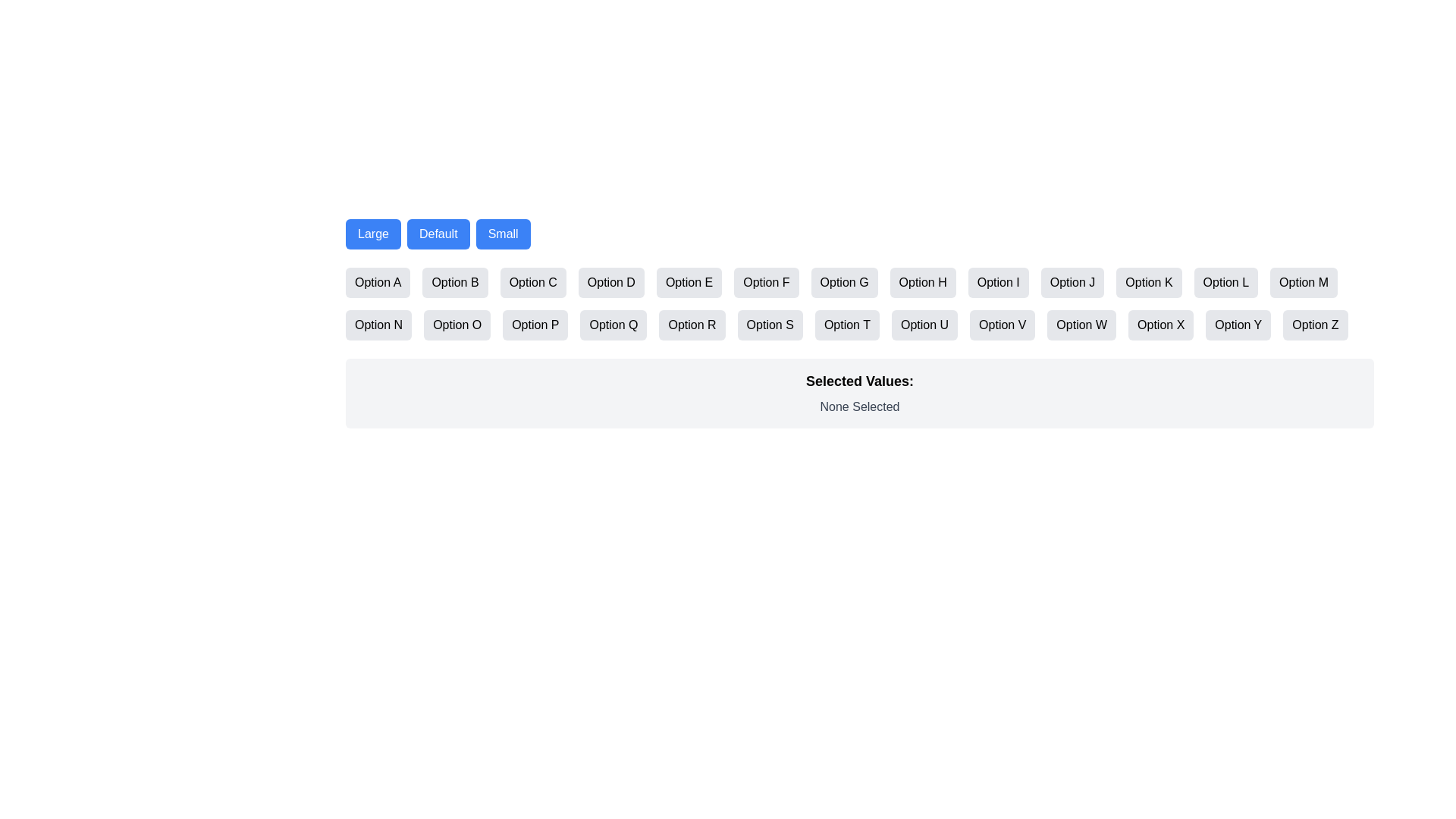 The height and width of the screenshot is (819, 1456). I want to click on the 5th button from the left in the first row of a grid layout, so click(688, 283).